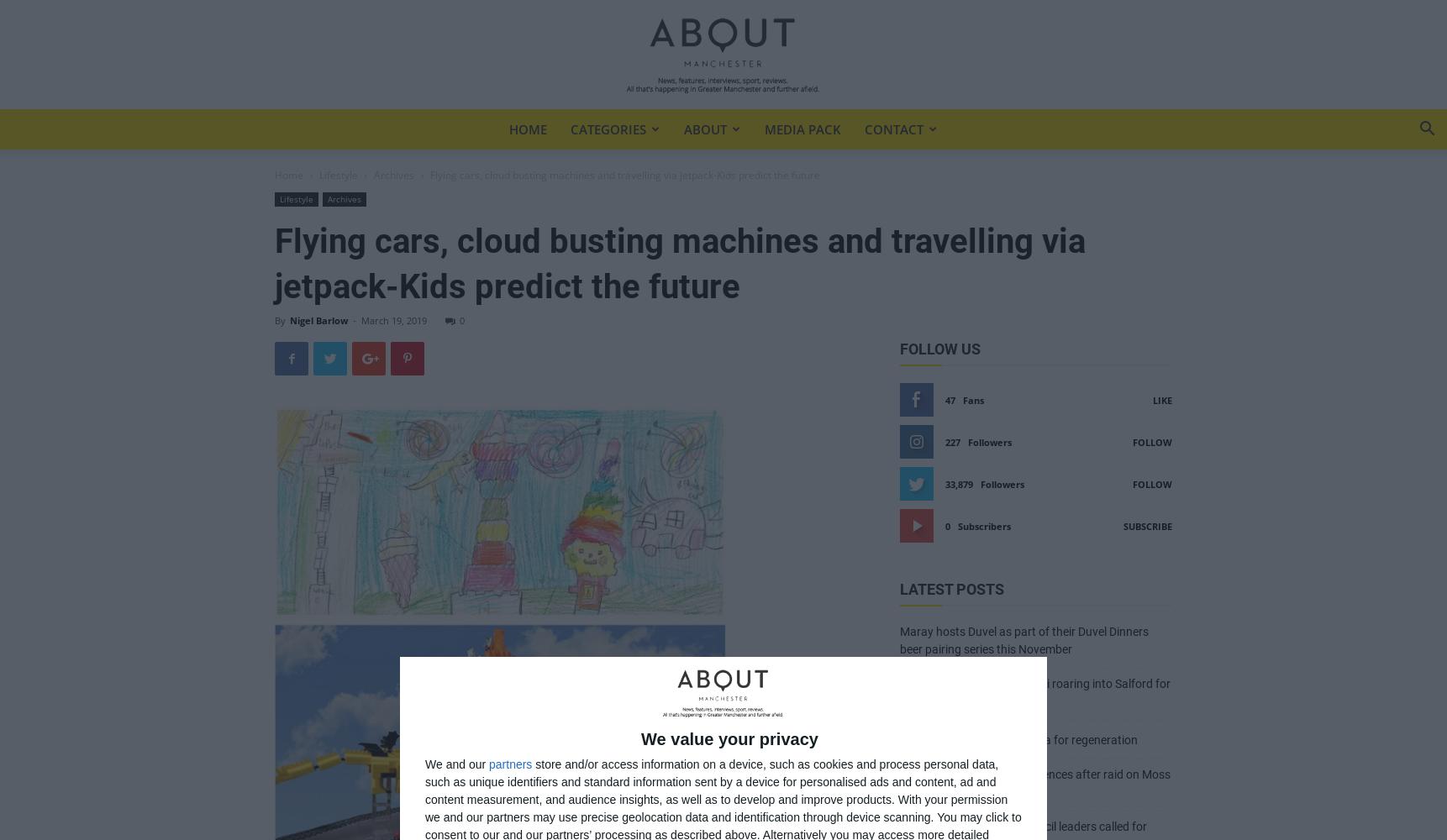 The width and height of the screenshot is (1447, 840). What do you see at coordinates (288, 320) in the screenshot?
I see `'Nigel Barlow'` at bounding box center [288, 320].